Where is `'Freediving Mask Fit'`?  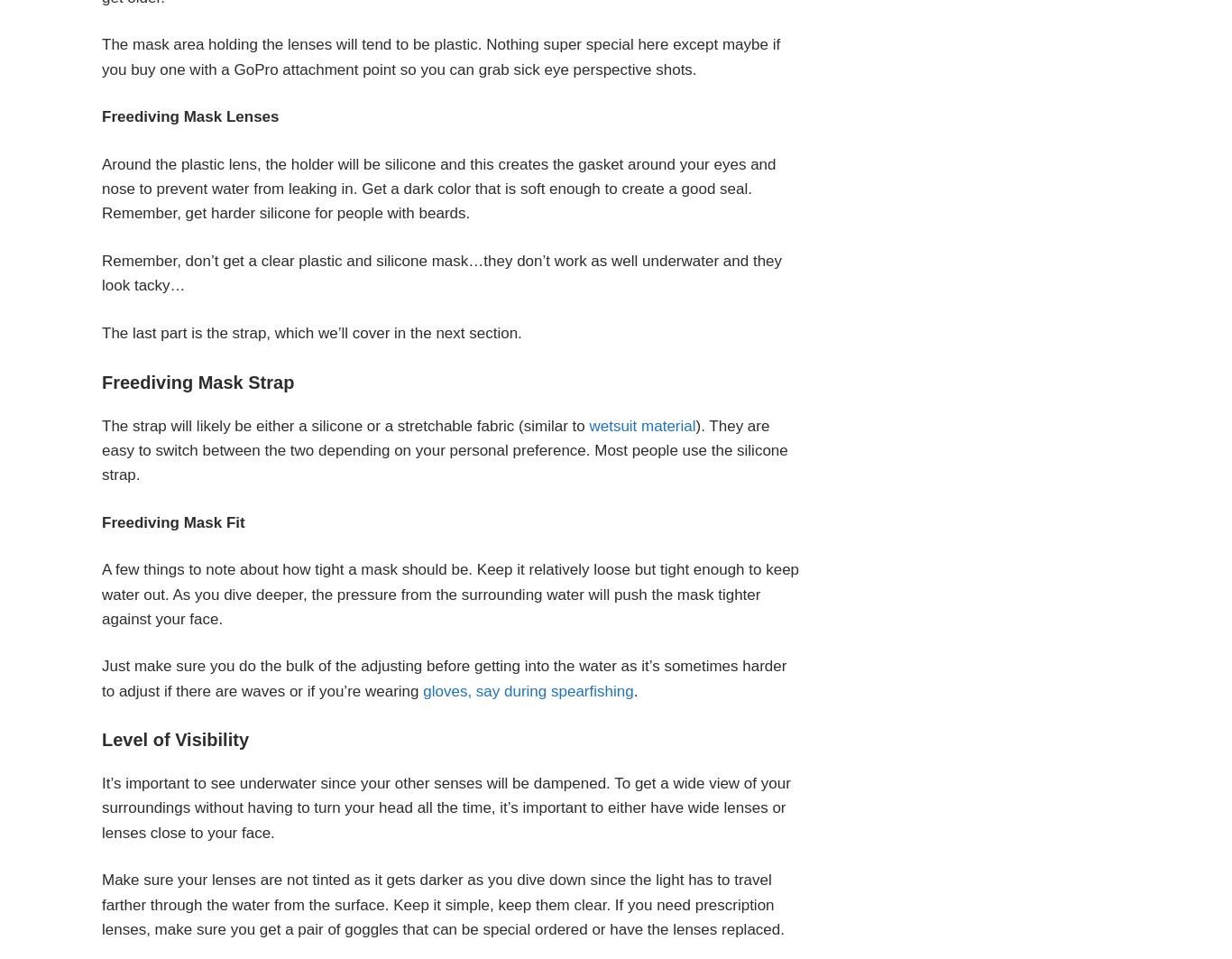
'Freediving Mask Fit' is located at coordinates (172, 521).